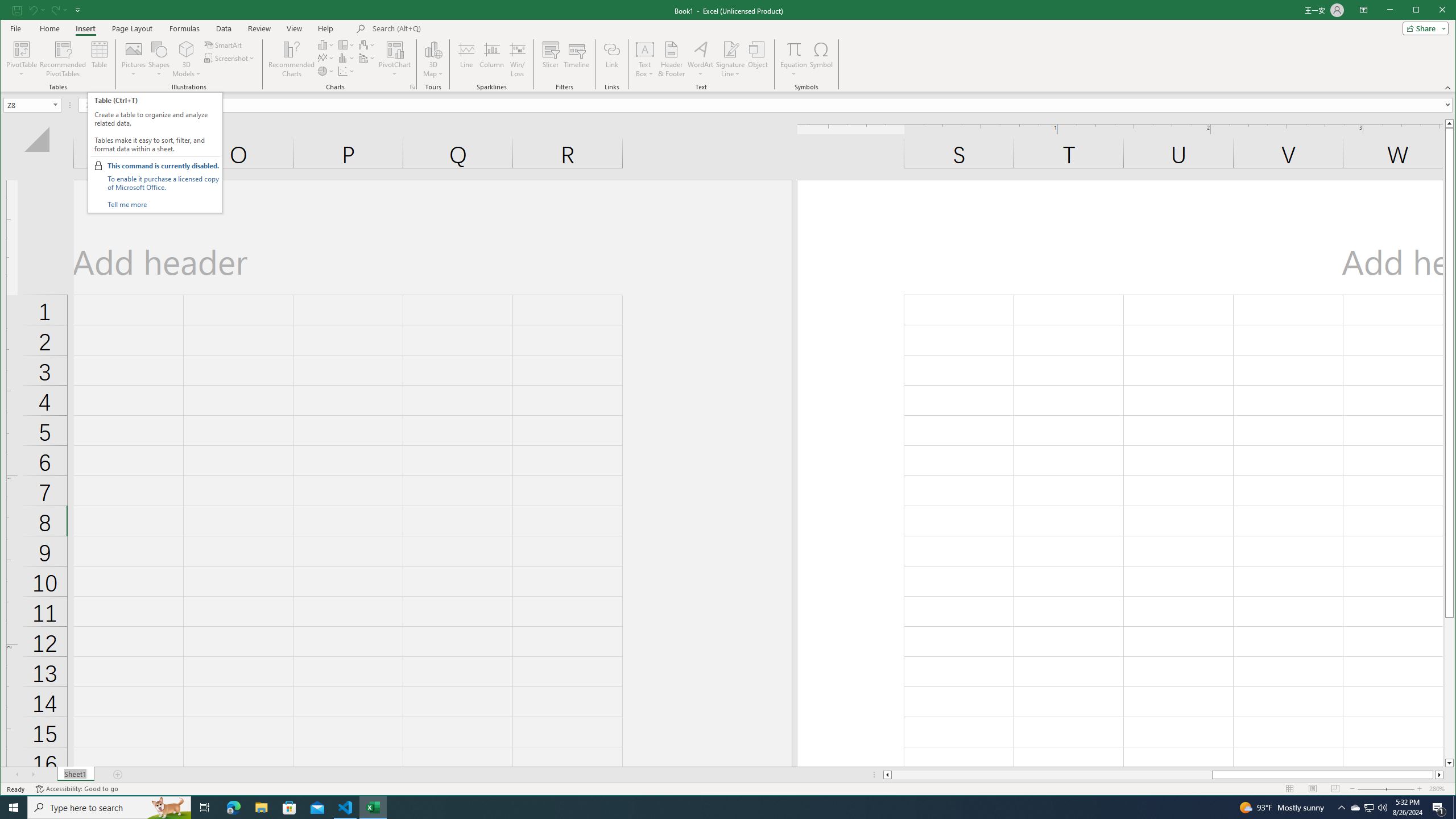 The width and height of the screenshot is (1456, 819). Describe the element at coordinates (204, 806) in the screenshot. I see `'Task View'` at that location.